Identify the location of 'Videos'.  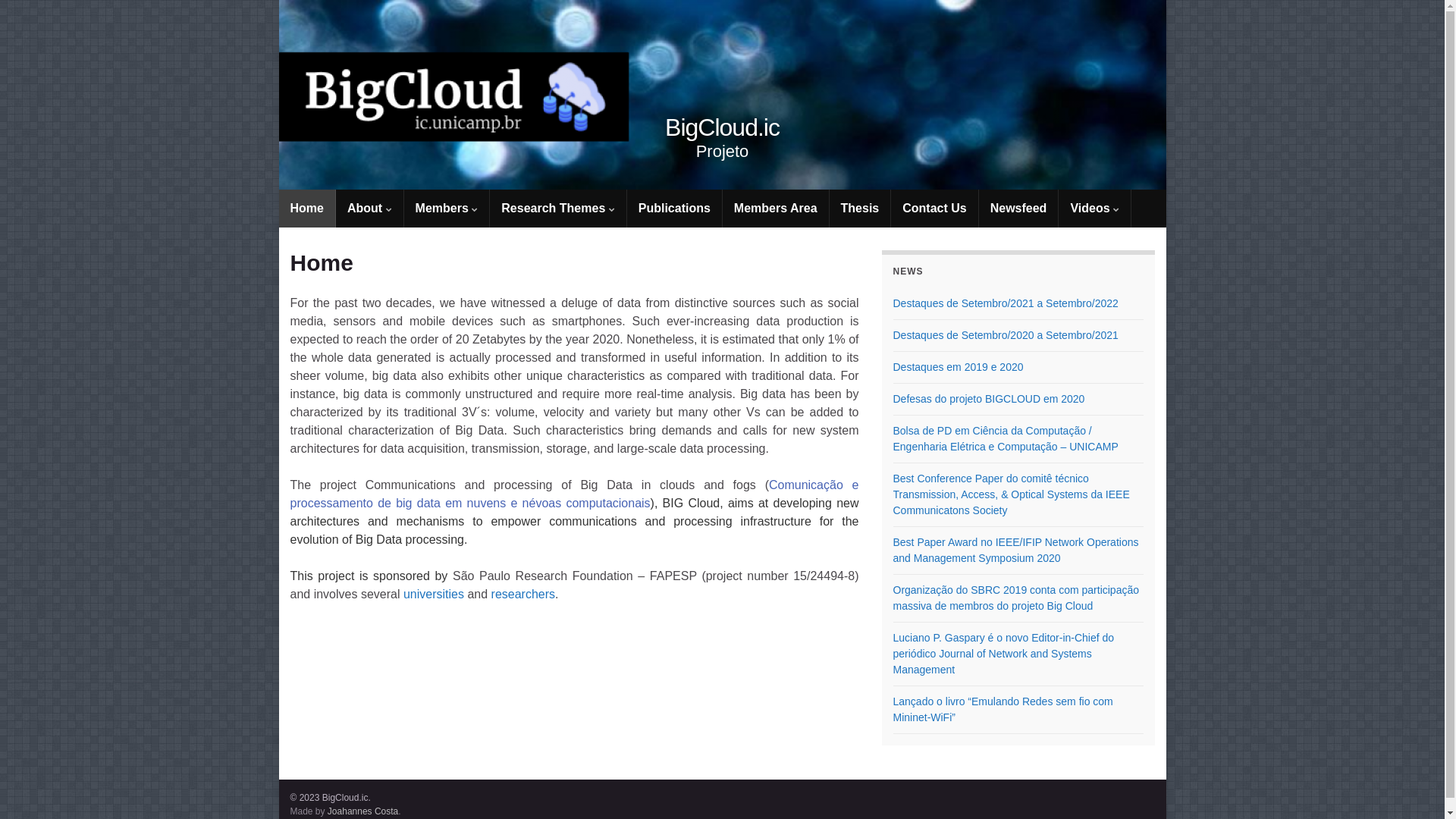
(1094, 208).